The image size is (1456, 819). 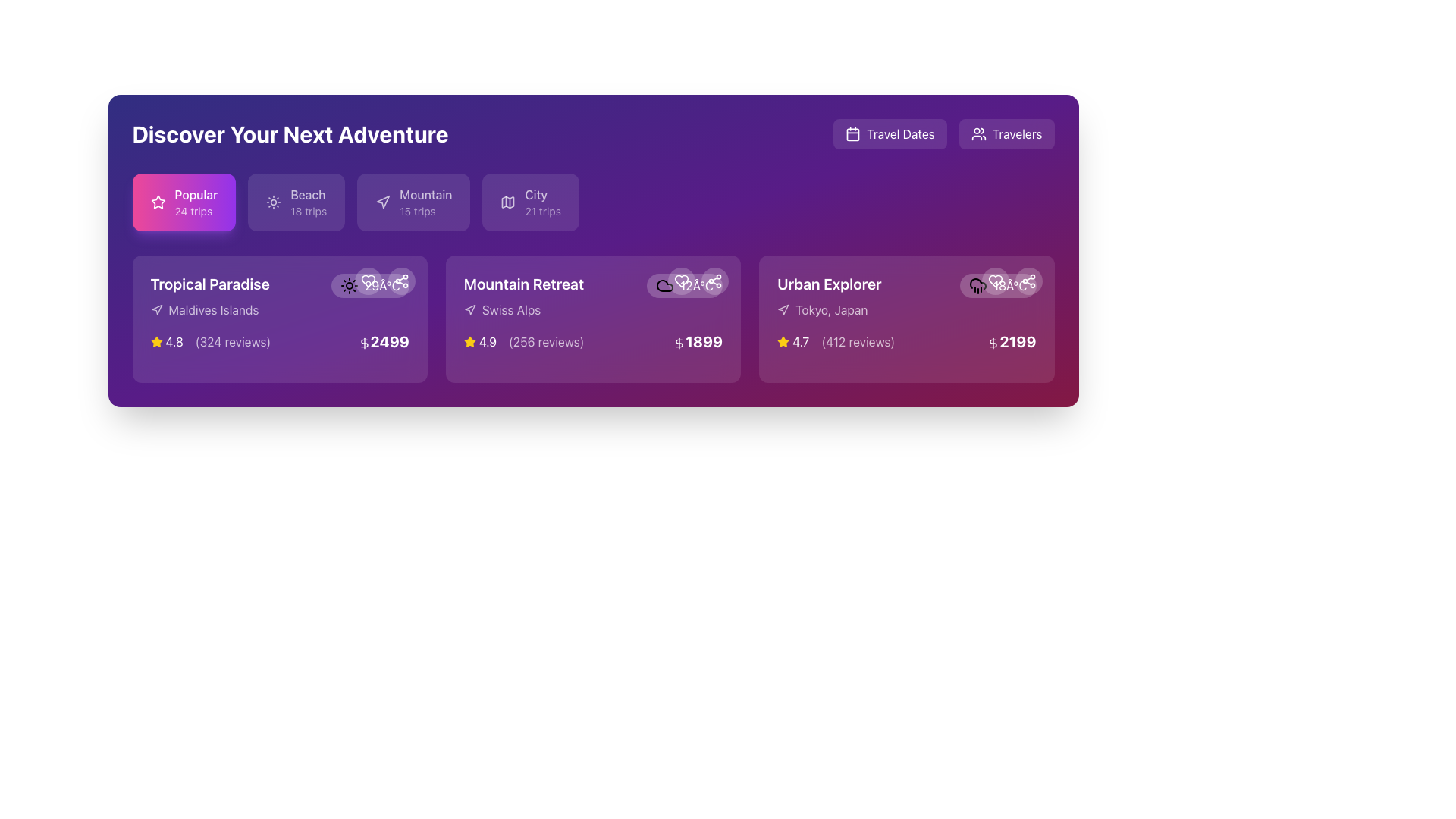 What do you see at coordinates (368, 281) in the screenshot?
I see `the favorite button located in the top-right corner of the 'Tropical Paradise' card to mark the item as a favorite` at bounding box center [368, 281].